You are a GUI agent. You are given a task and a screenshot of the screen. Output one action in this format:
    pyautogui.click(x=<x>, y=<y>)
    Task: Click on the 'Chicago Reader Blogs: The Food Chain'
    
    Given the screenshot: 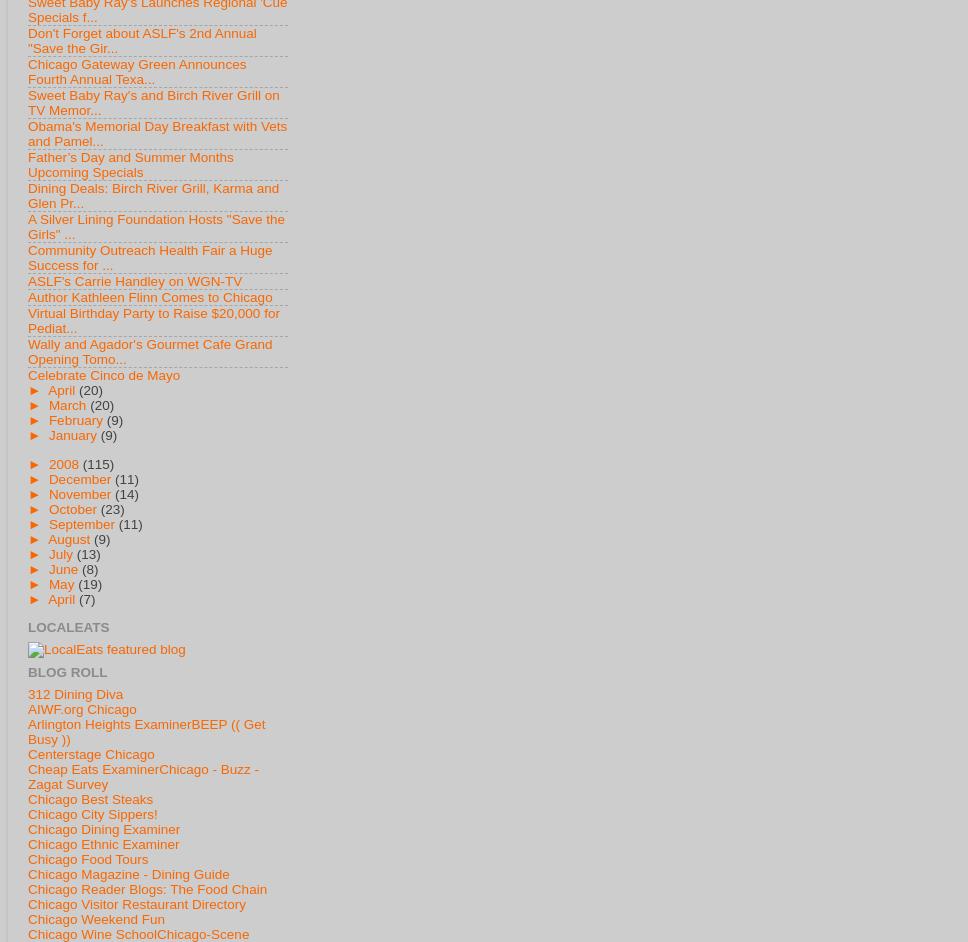 What is the action you would take?
    pyautogui.click(x=146, y=888)
    